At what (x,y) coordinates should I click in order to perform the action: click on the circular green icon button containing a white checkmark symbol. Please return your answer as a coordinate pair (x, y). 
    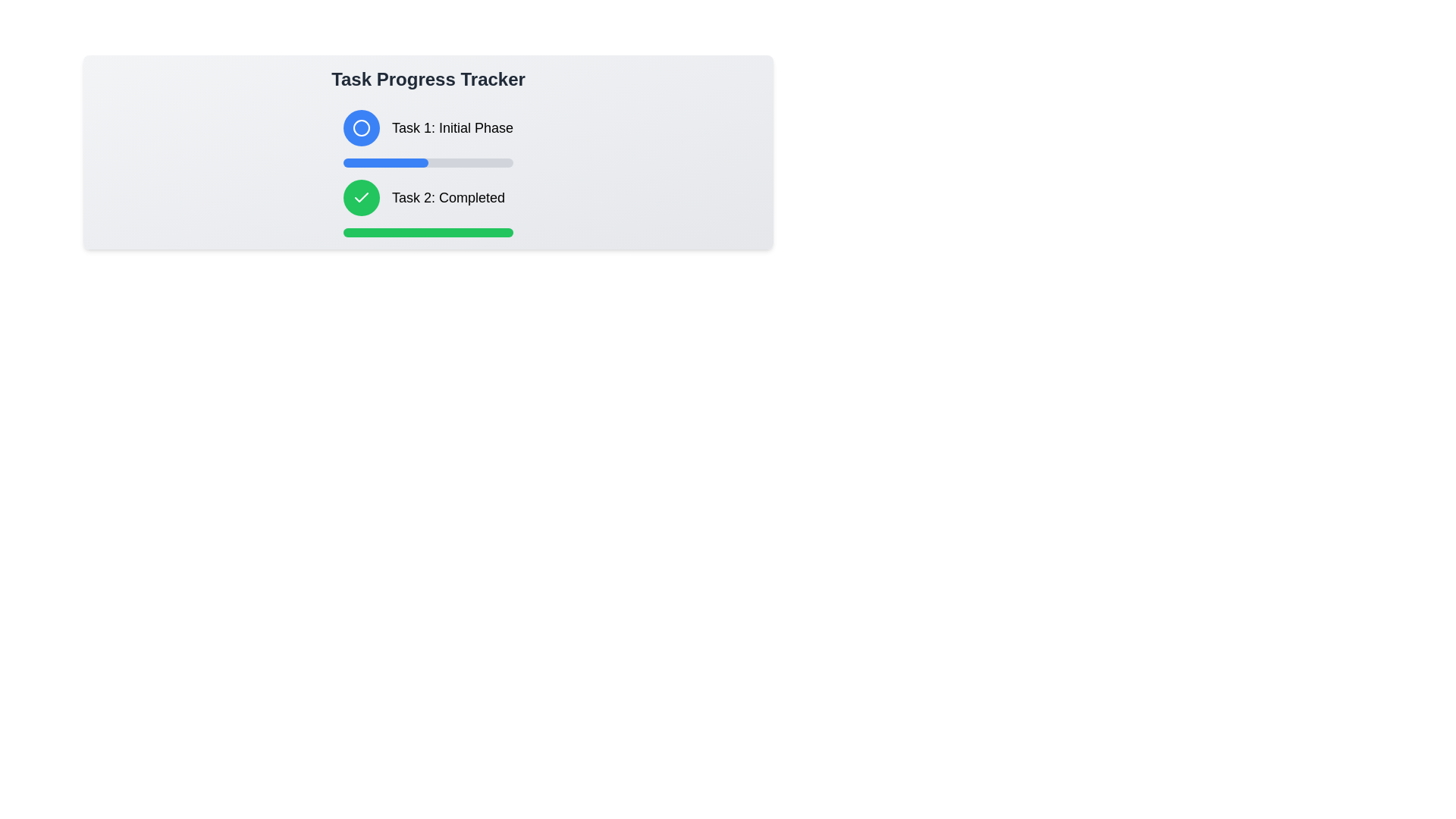
    Looking at the image, I should click on (360, 197).